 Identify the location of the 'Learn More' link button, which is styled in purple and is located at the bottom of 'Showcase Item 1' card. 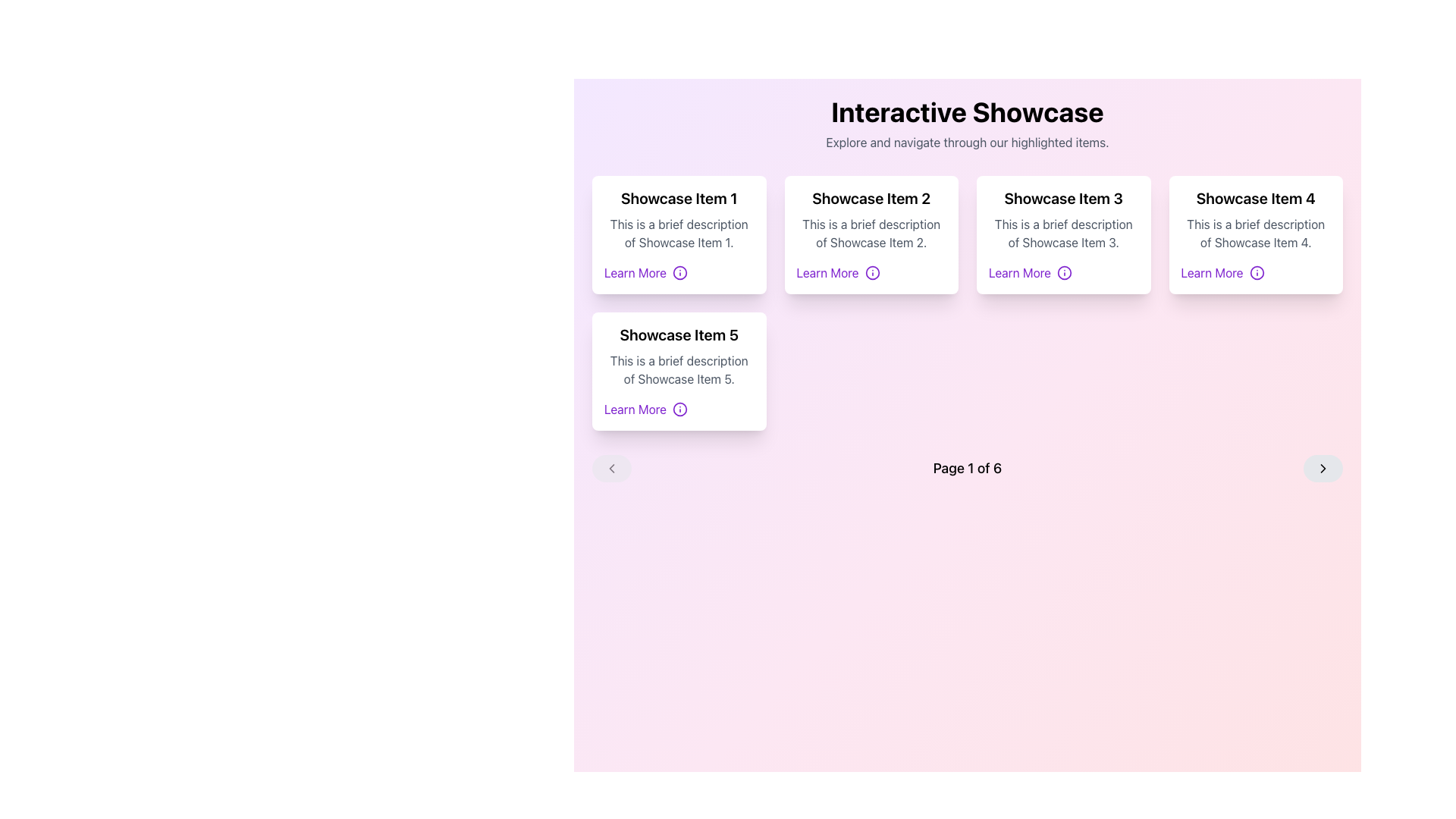
(678, 271).